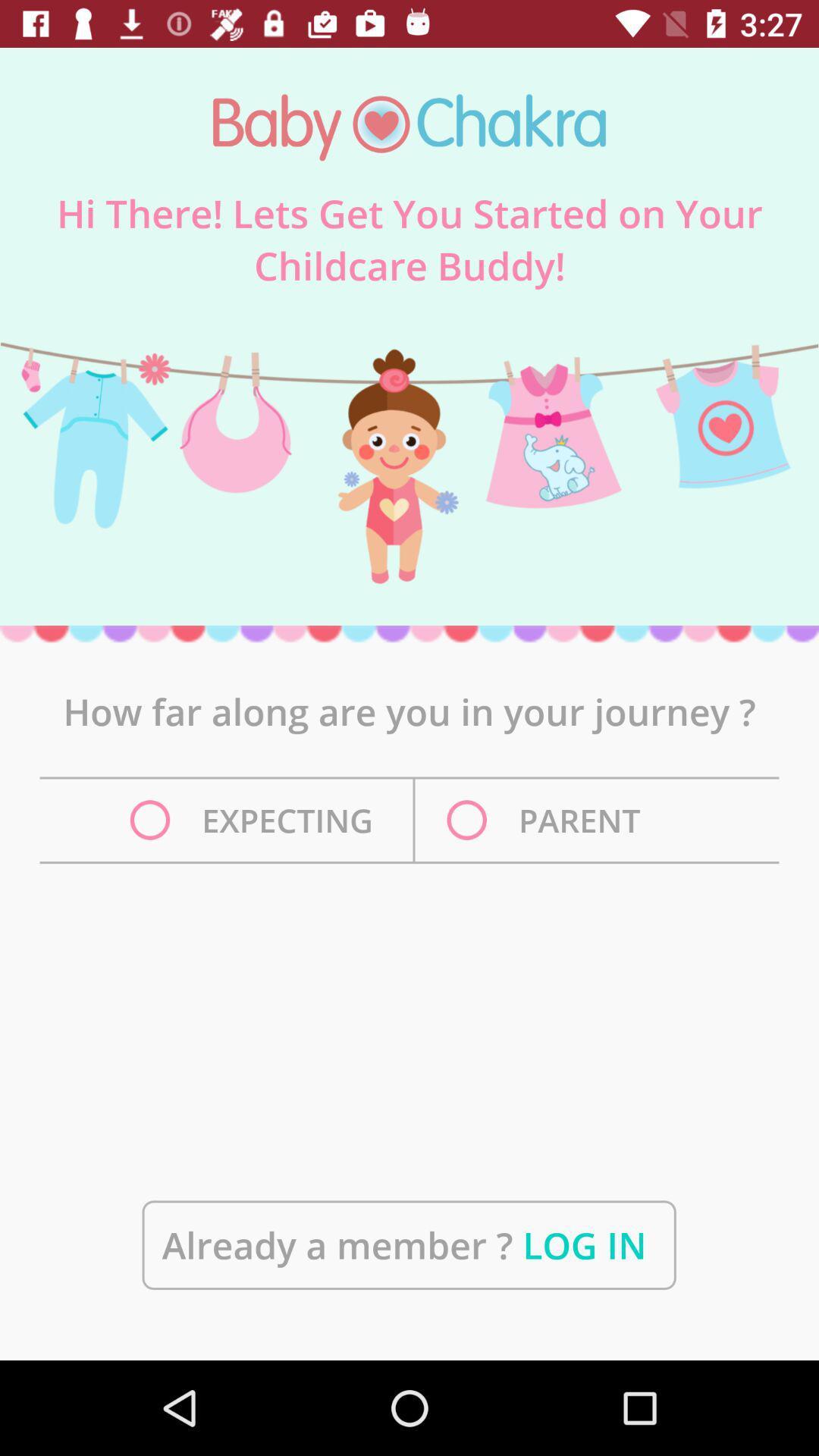  What do you see at coordinates (548, 819) in the screenshot?
I see `parent item` at bounding box center [548, 819].